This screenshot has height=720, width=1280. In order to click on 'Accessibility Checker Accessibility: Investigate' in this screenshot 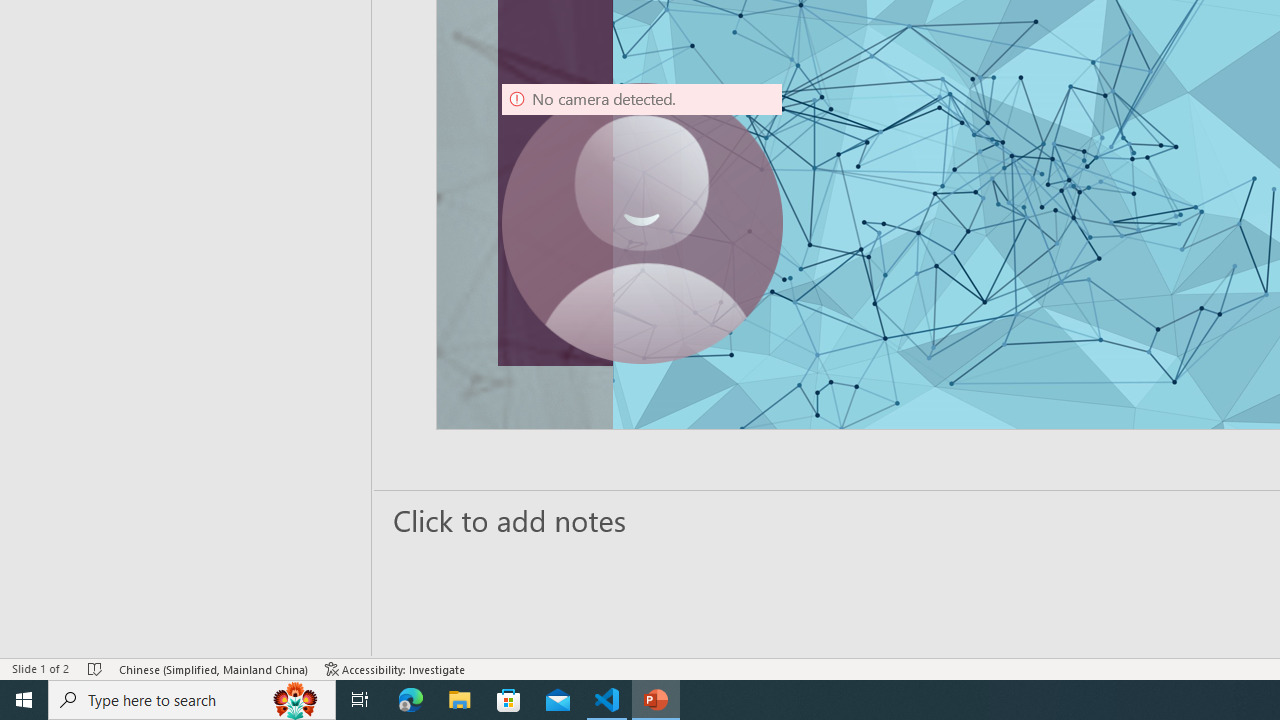, I will do `click(395, 669)`.